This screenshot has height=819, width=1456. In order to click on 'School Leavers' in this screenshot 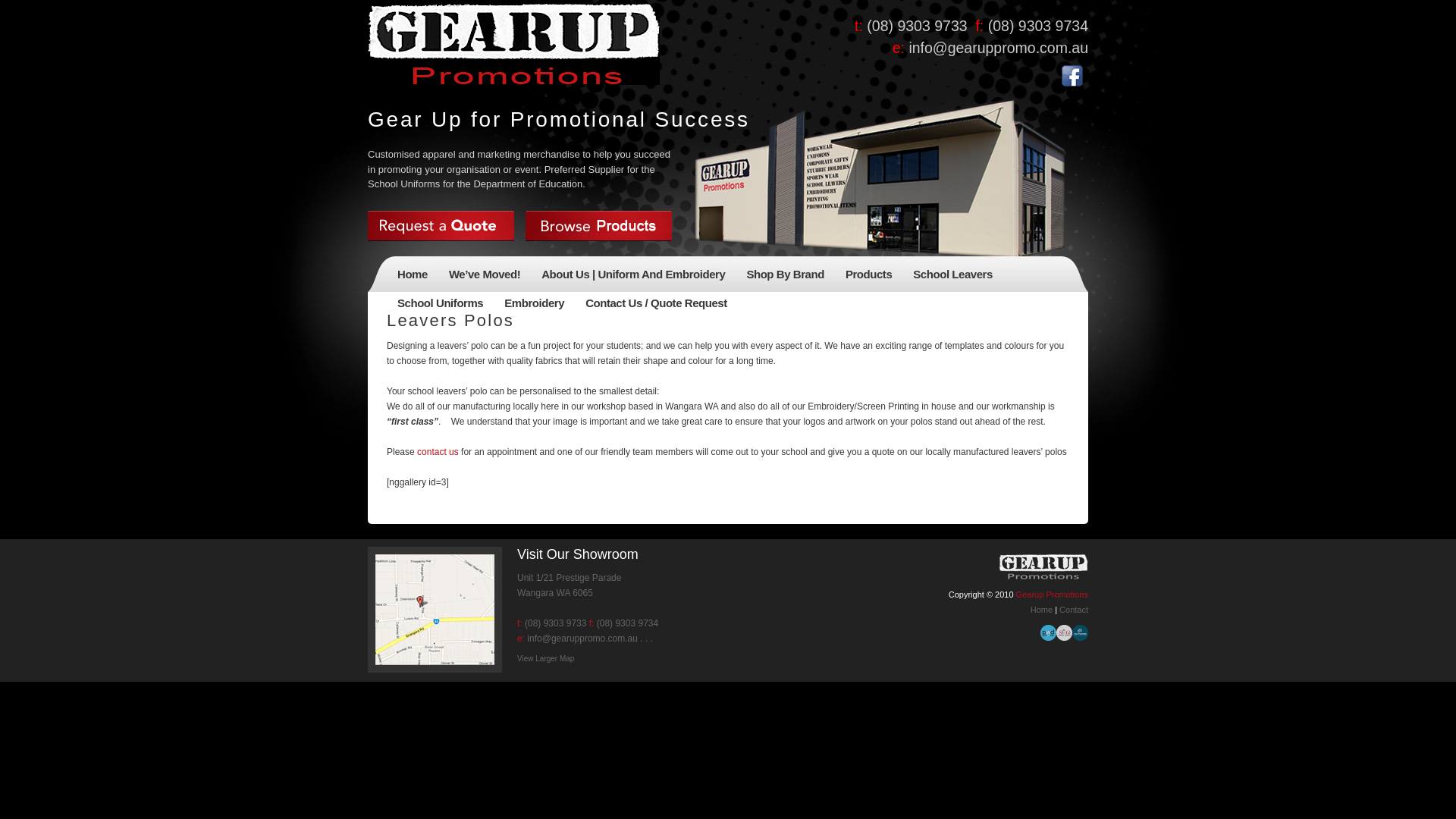, I will do `click(952, 277)`.